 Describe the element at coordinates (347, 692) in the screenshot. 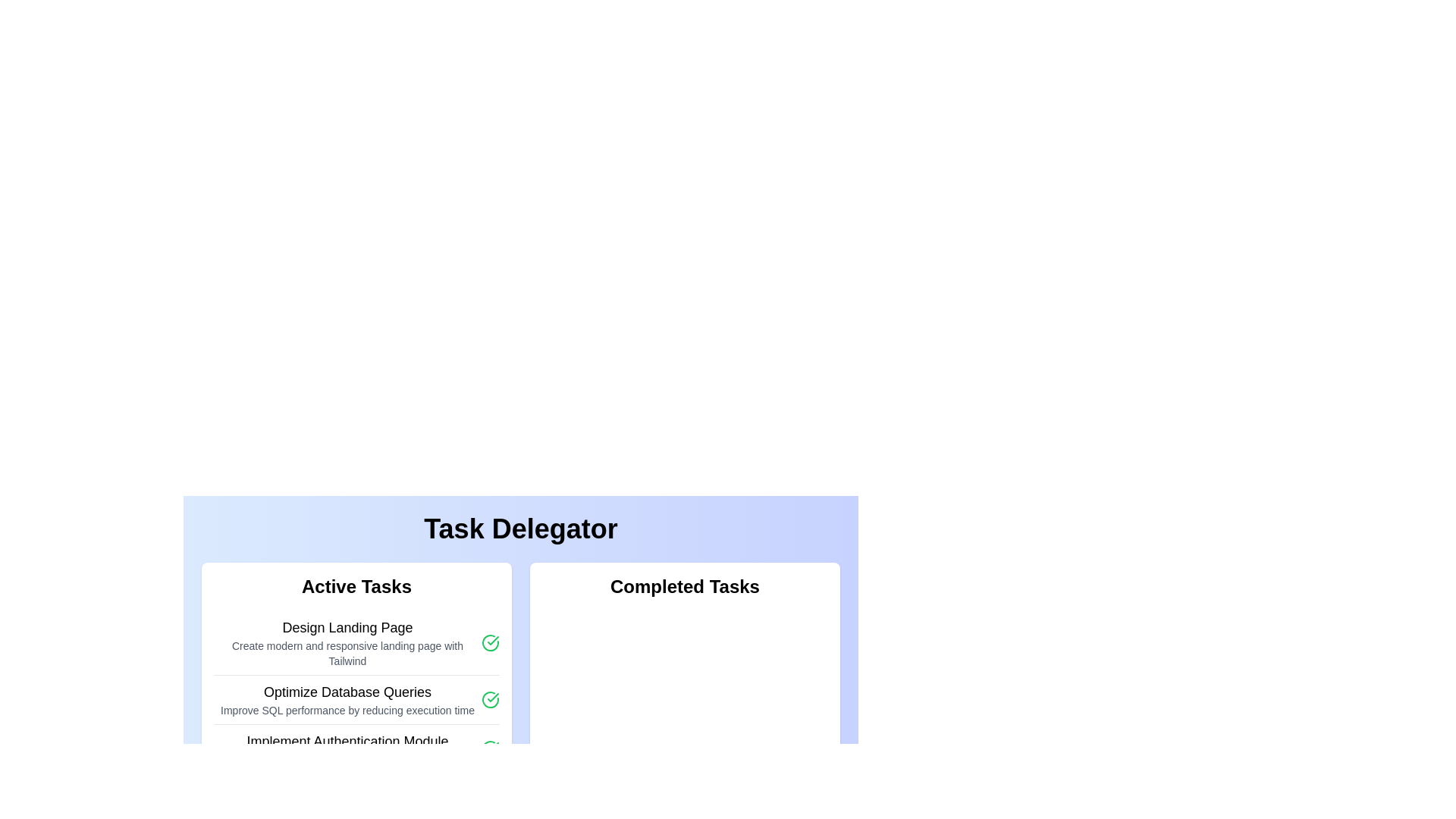

I see `title of the task located in the 'Active Tasks' section, which is the second task in the vertical list, providing a concise description of the task` at that location.